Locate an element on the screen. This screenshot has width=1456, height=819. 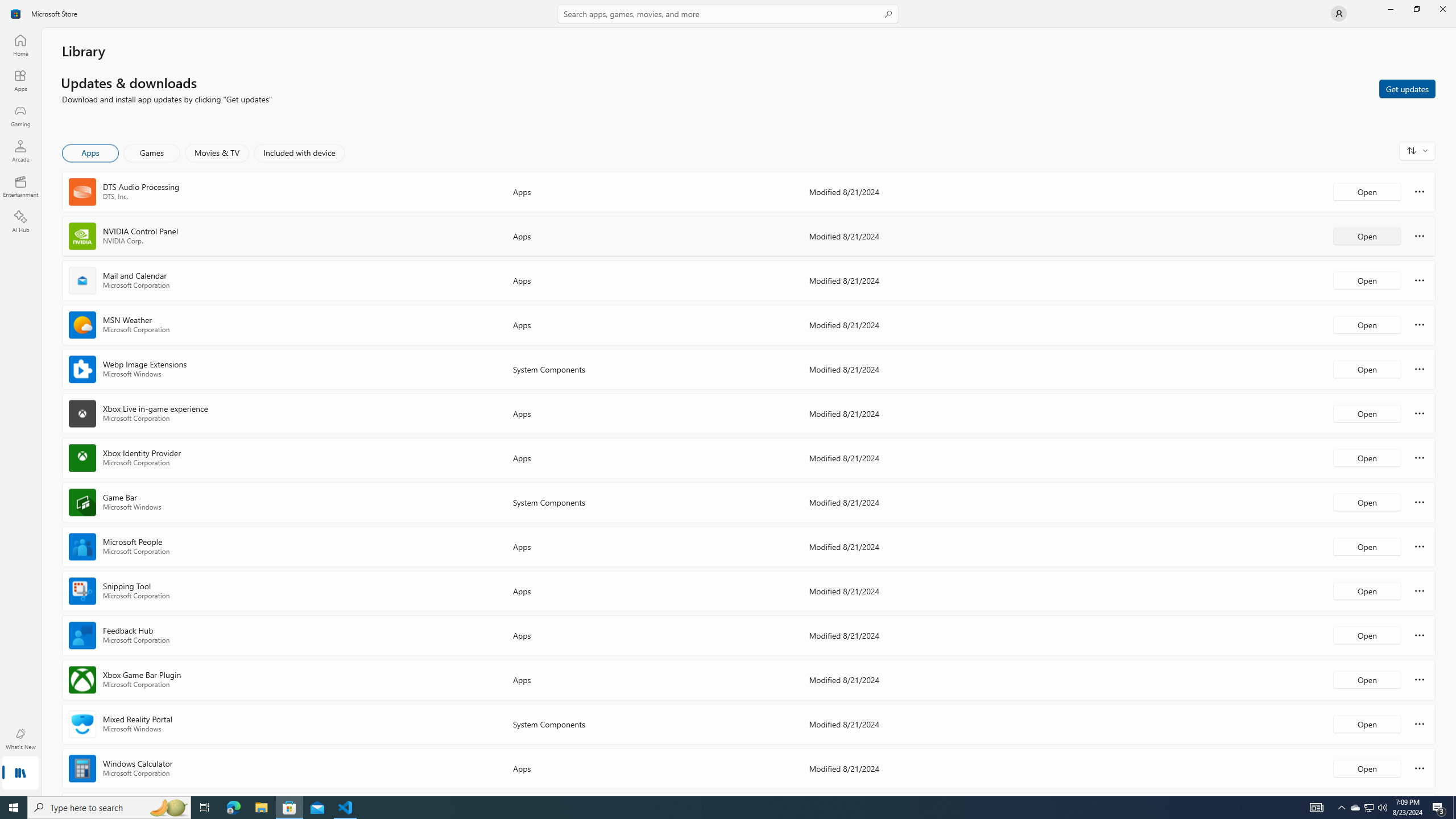
'Games' is located at coordinates (151, 152).